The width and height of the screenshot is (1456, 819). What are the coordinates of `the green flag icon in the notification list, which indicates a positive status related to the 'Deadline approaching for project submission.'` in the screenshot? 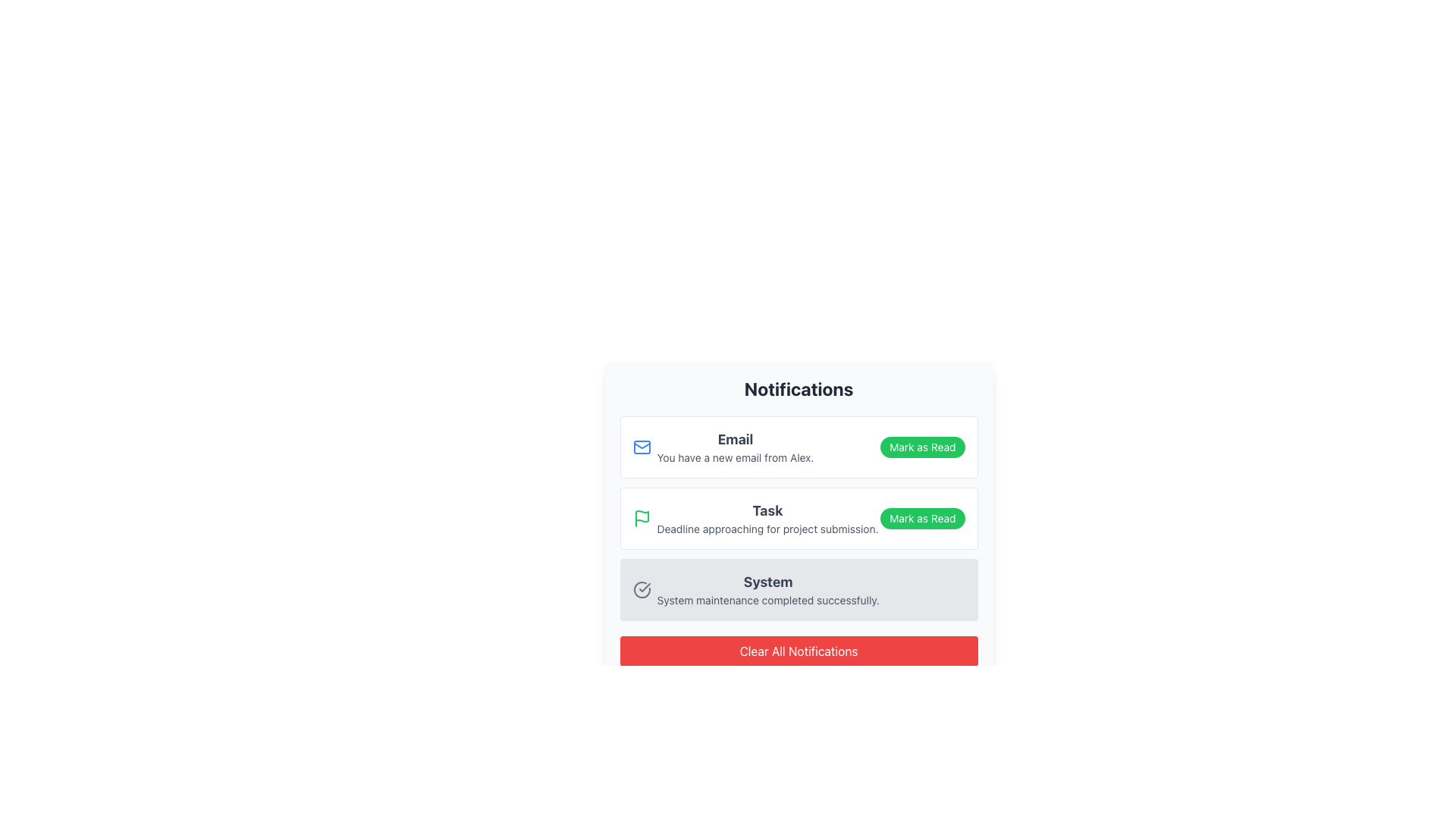 It's located at (642, 516).